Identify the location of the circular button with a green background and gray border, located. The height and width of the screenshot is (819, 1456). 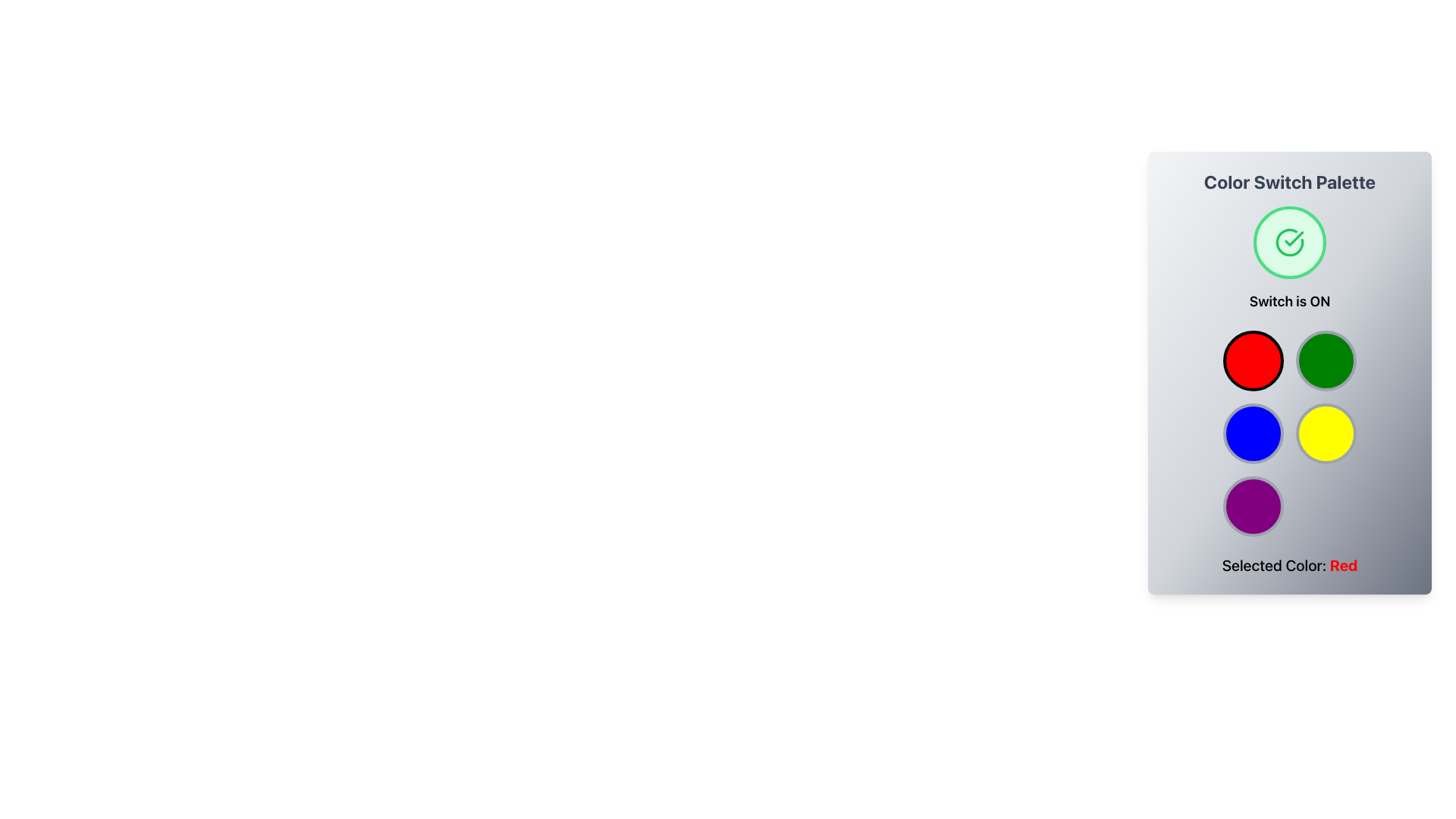
(1325, 360).